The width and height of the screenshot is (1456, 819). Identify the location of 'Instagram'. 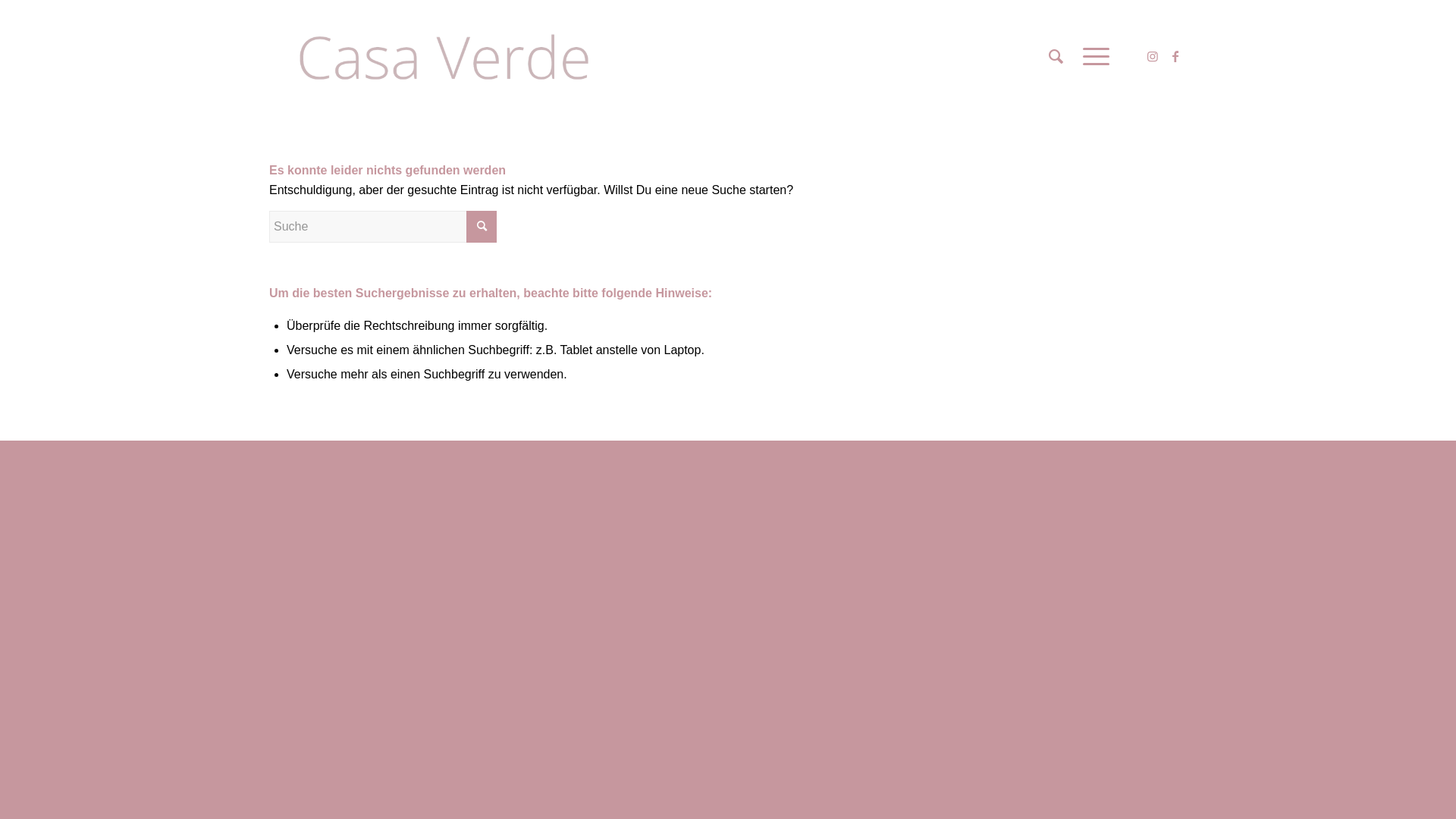
(1153, 55).